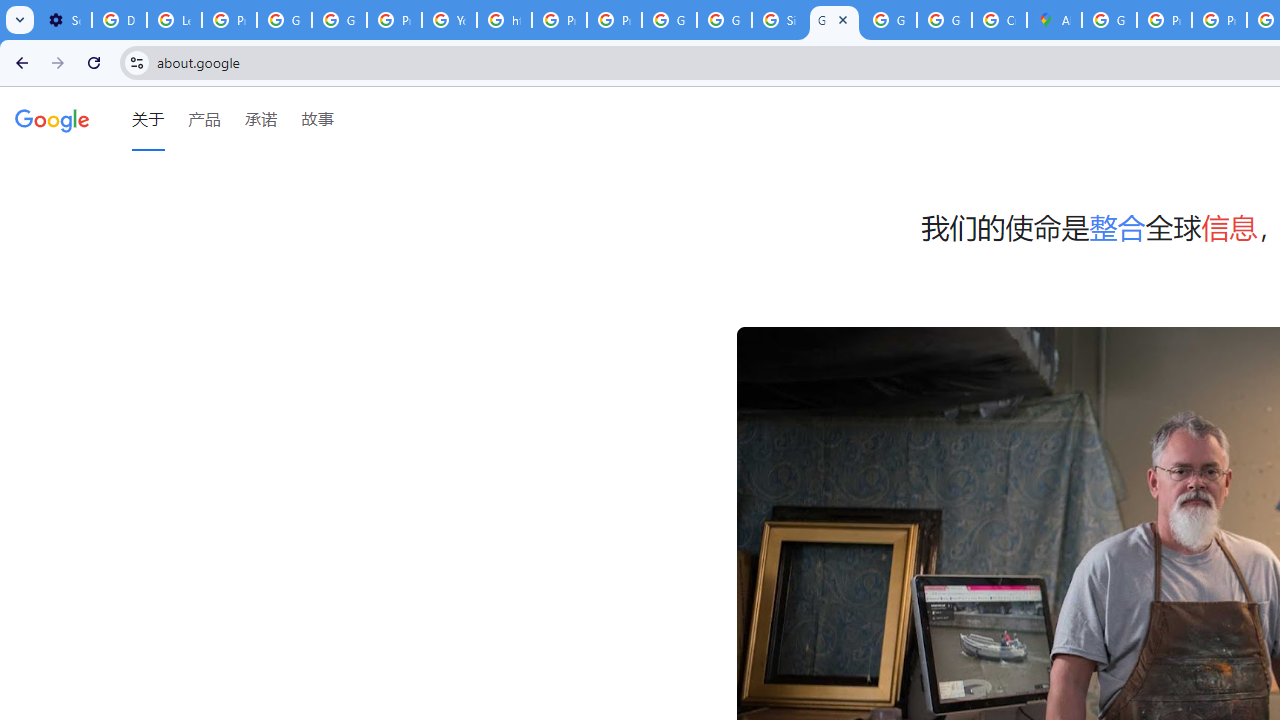 The width and height of the screenshot is (1280, 720). Describe the element at coordinates (283, 20) in the screenshot. I see `'Google Account Help'` at that location.